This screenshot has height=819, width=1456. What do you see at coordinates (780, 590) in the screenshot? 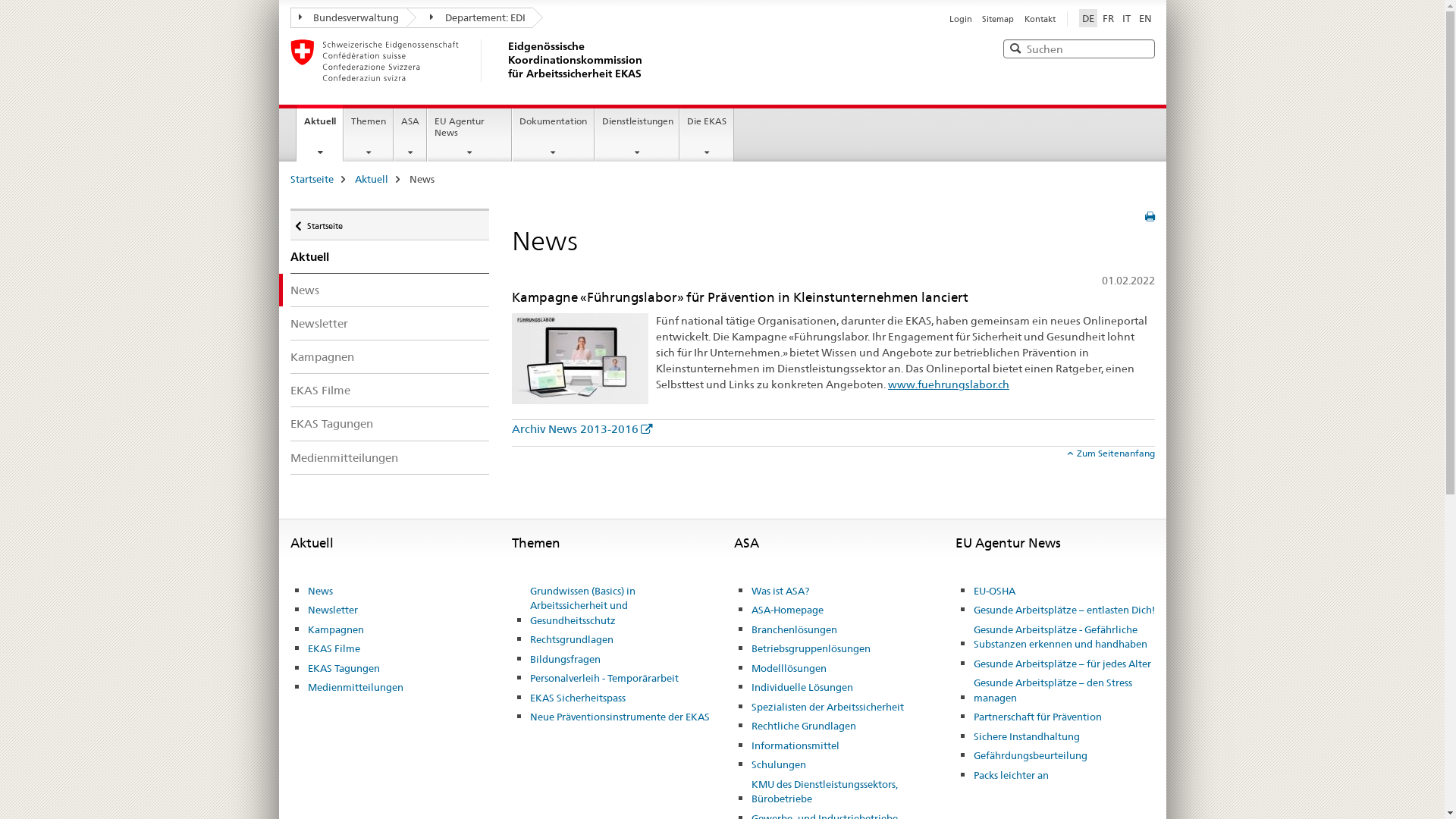
I see `'Was ist ASA?'` at bounding box center [780, 590].